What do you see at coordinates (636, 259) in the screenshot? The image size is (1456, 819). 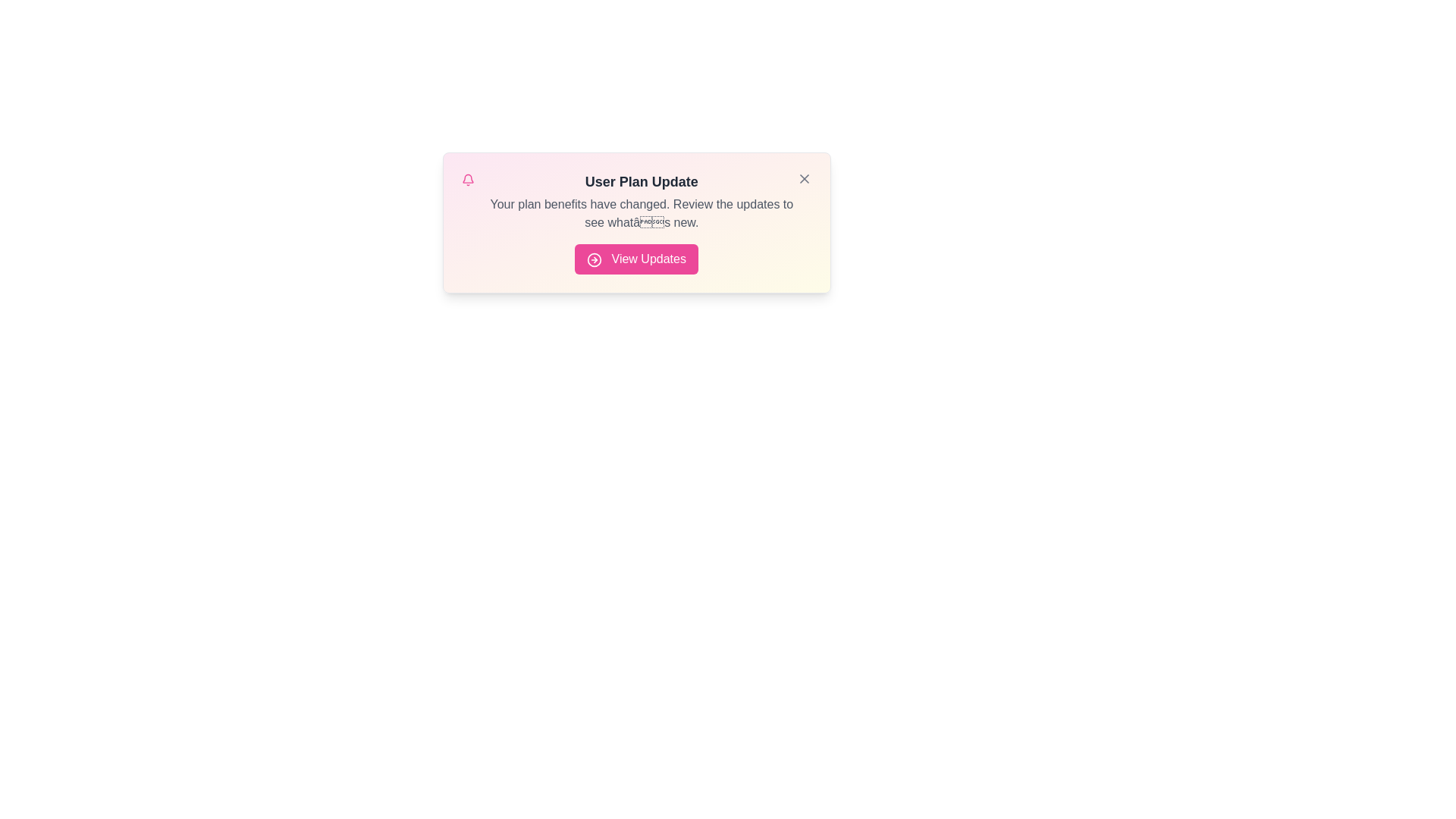 I see `the view_updates_button to observe visual feedback` at bounding box center [636, 259].